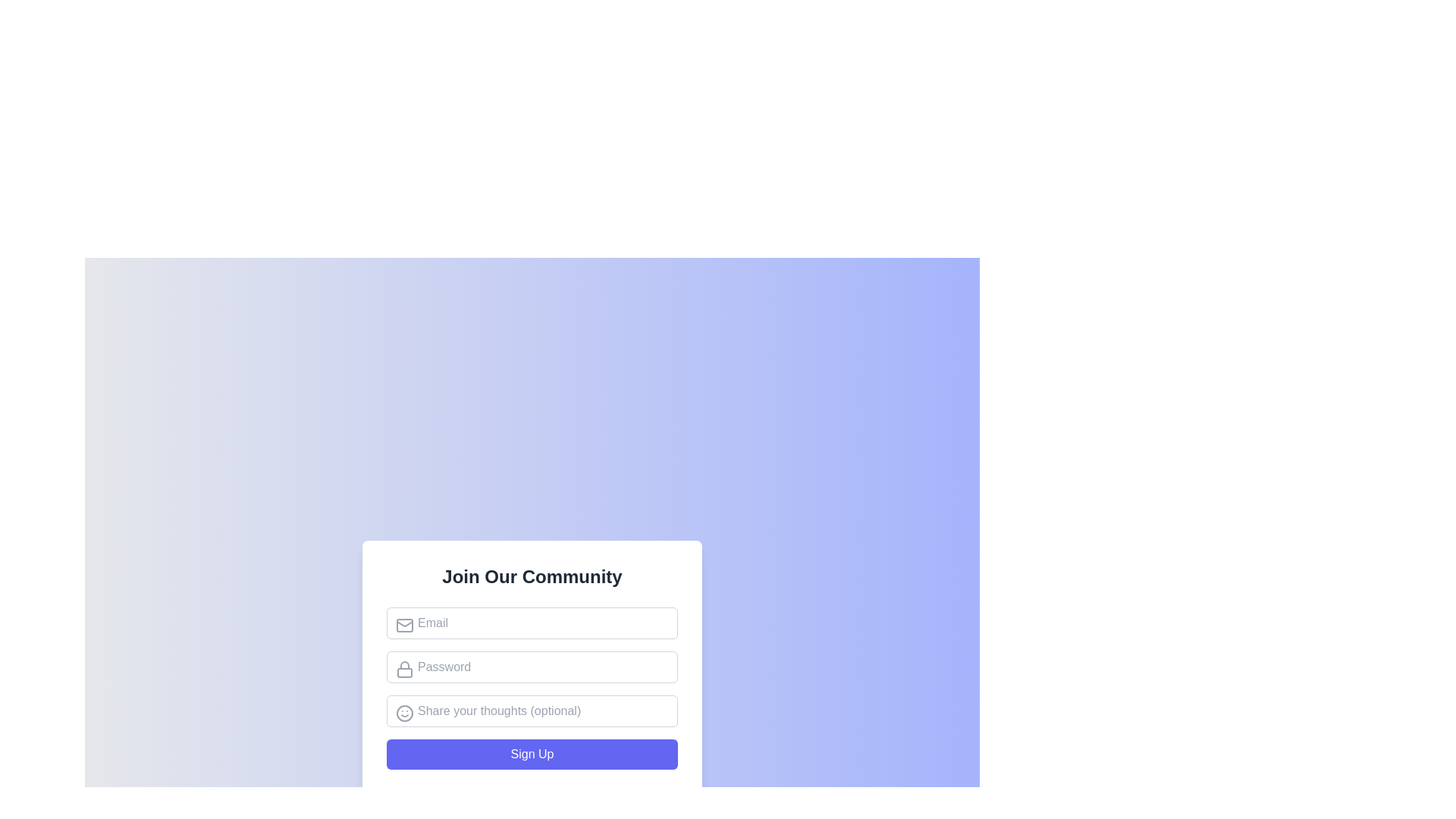  Describe the element at coordinates (532, 755) in the screenshot. I see `the submission button located at the bottom of the vertical form layout` at that location.